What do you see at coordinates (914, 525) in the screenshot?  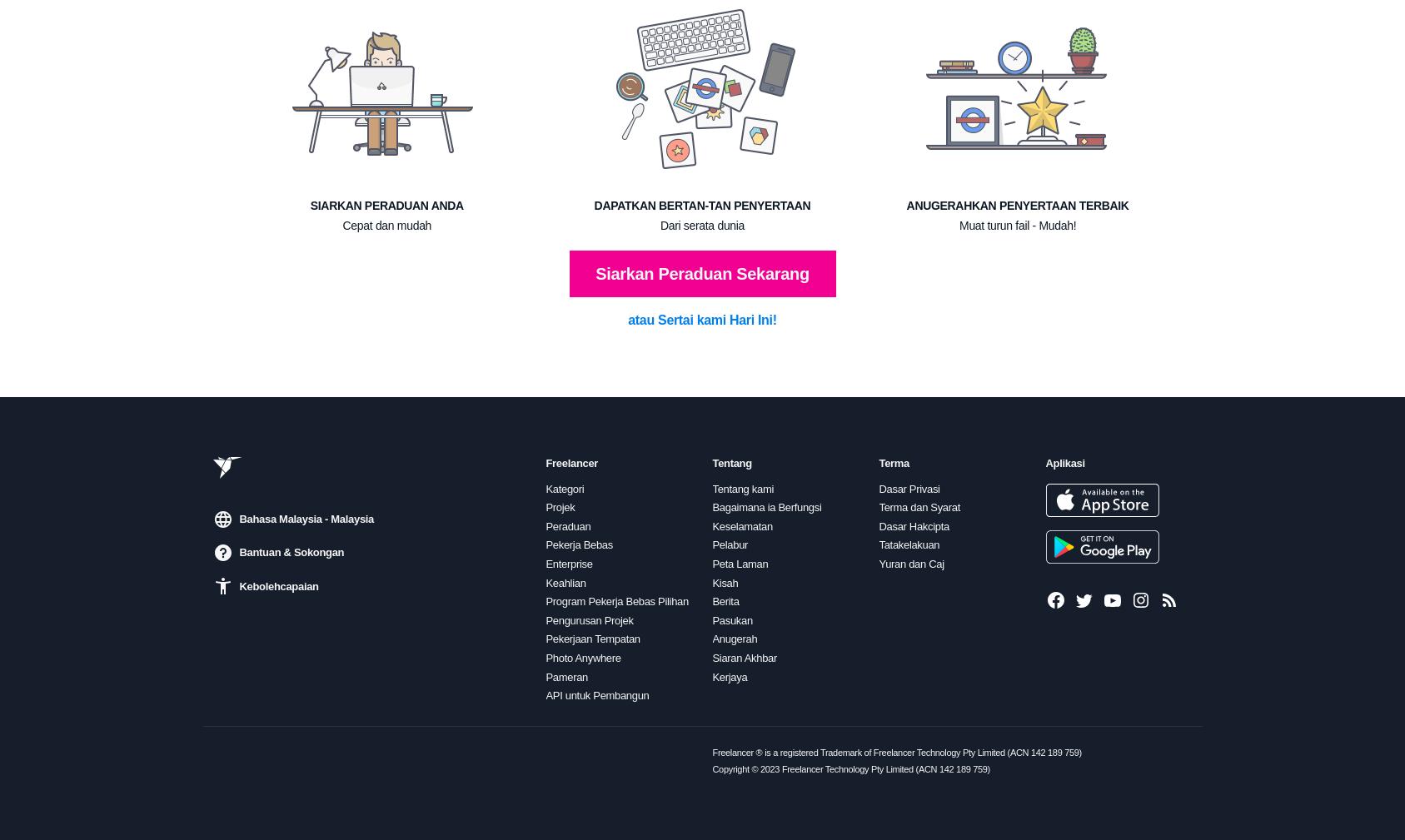 I see `'Dasar Hakcipta'` at bounding box center [914, 525].